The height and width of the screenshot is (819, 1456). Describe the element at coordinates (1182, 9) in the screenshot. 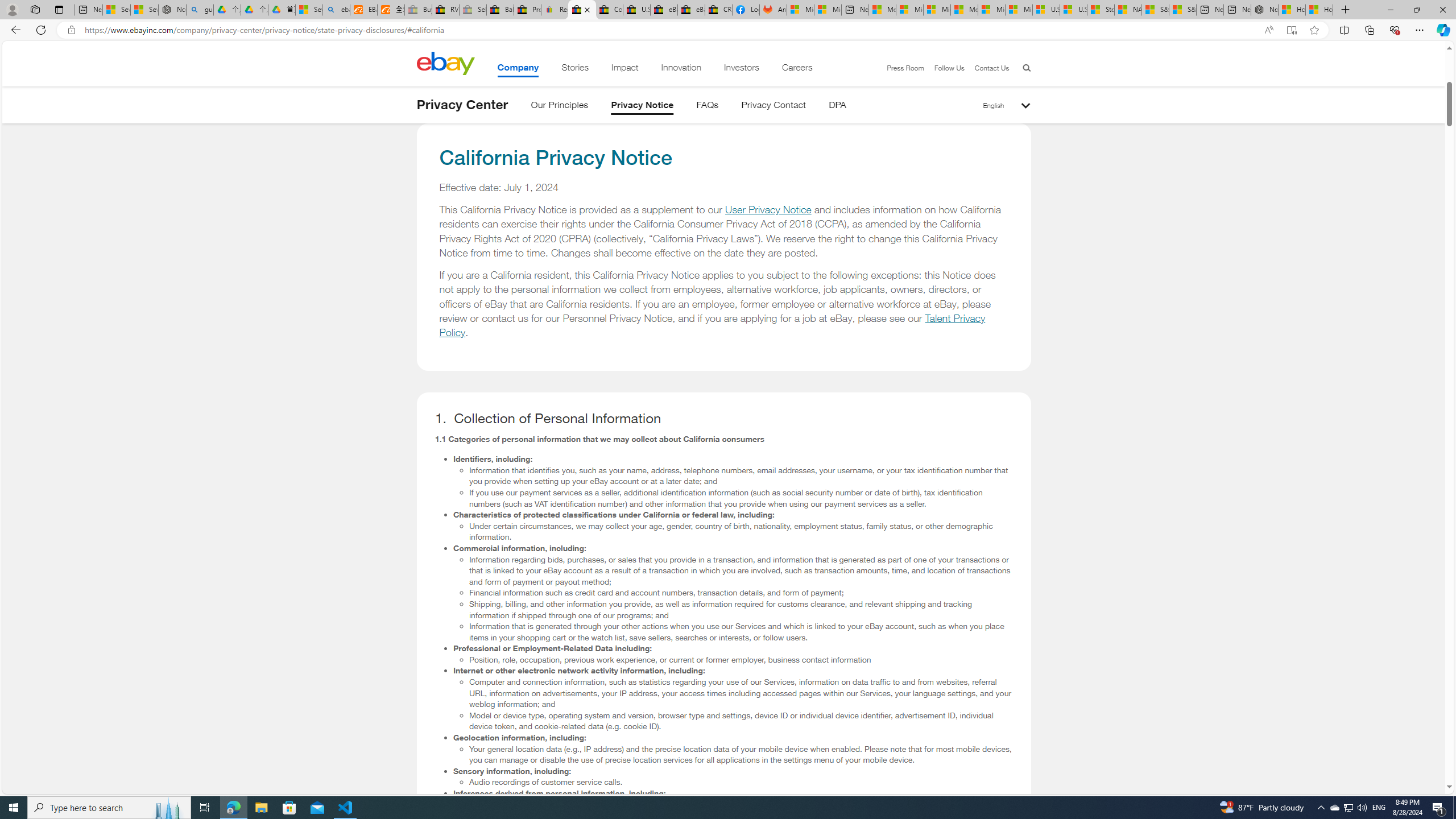

I see `'S&P 500, Nasdaq end lower, weighed by Nvidia dip | Watch'` at that location.